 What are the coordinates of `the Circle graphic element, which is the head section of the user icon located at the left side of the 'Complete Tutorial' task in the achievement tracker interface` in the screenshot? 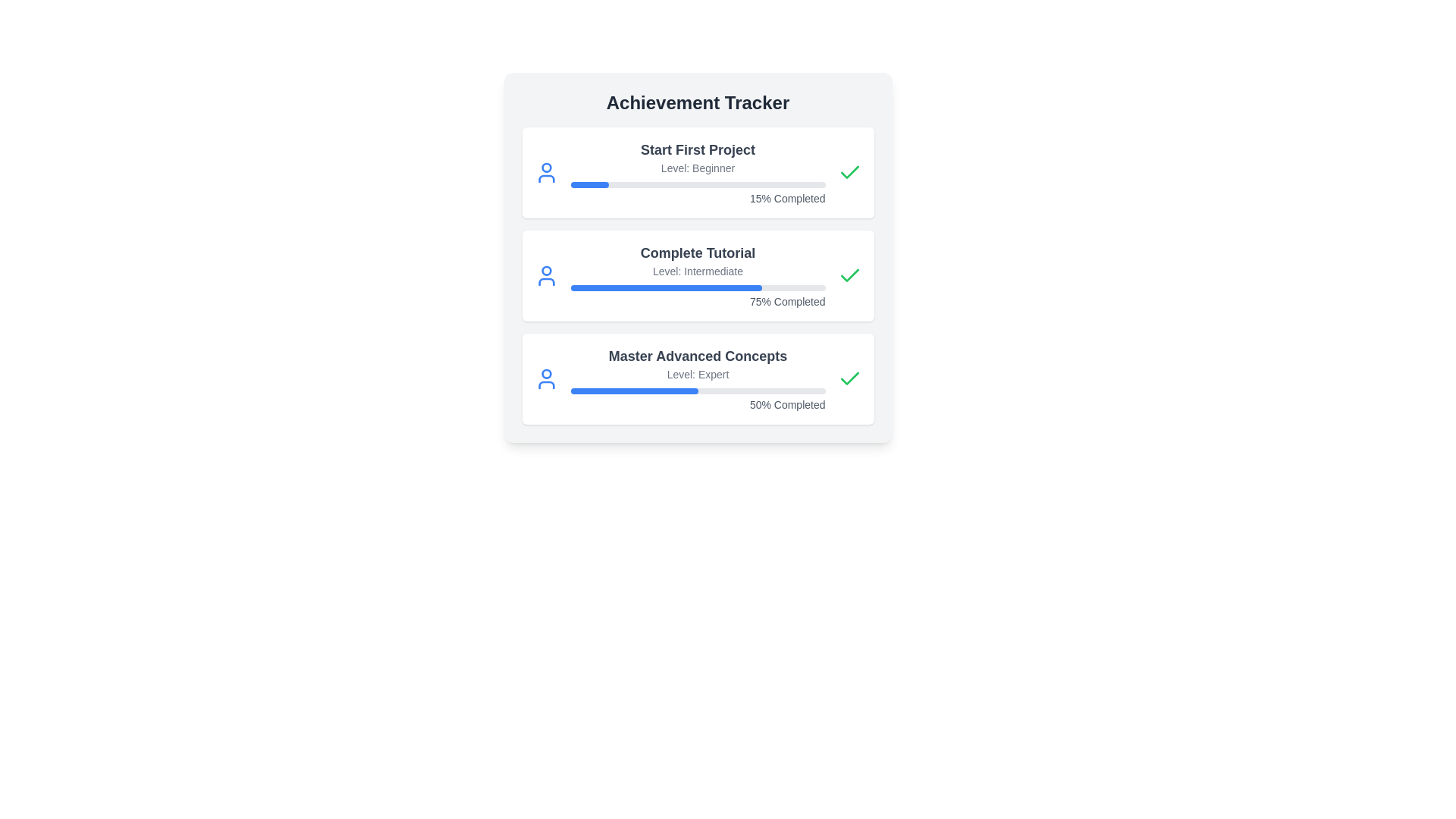 It's located at (546, 270).